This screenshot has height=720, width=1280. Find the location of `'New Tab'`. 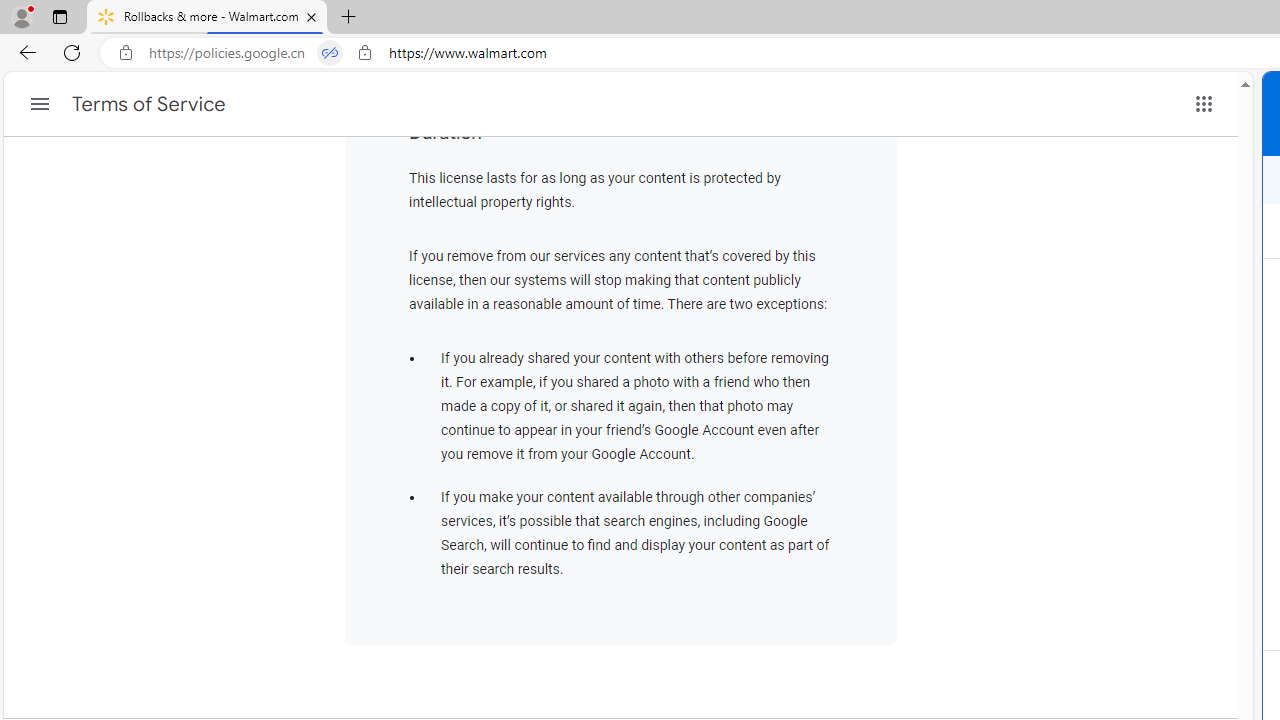

'New Tab' is located at coordinates (349, 17).